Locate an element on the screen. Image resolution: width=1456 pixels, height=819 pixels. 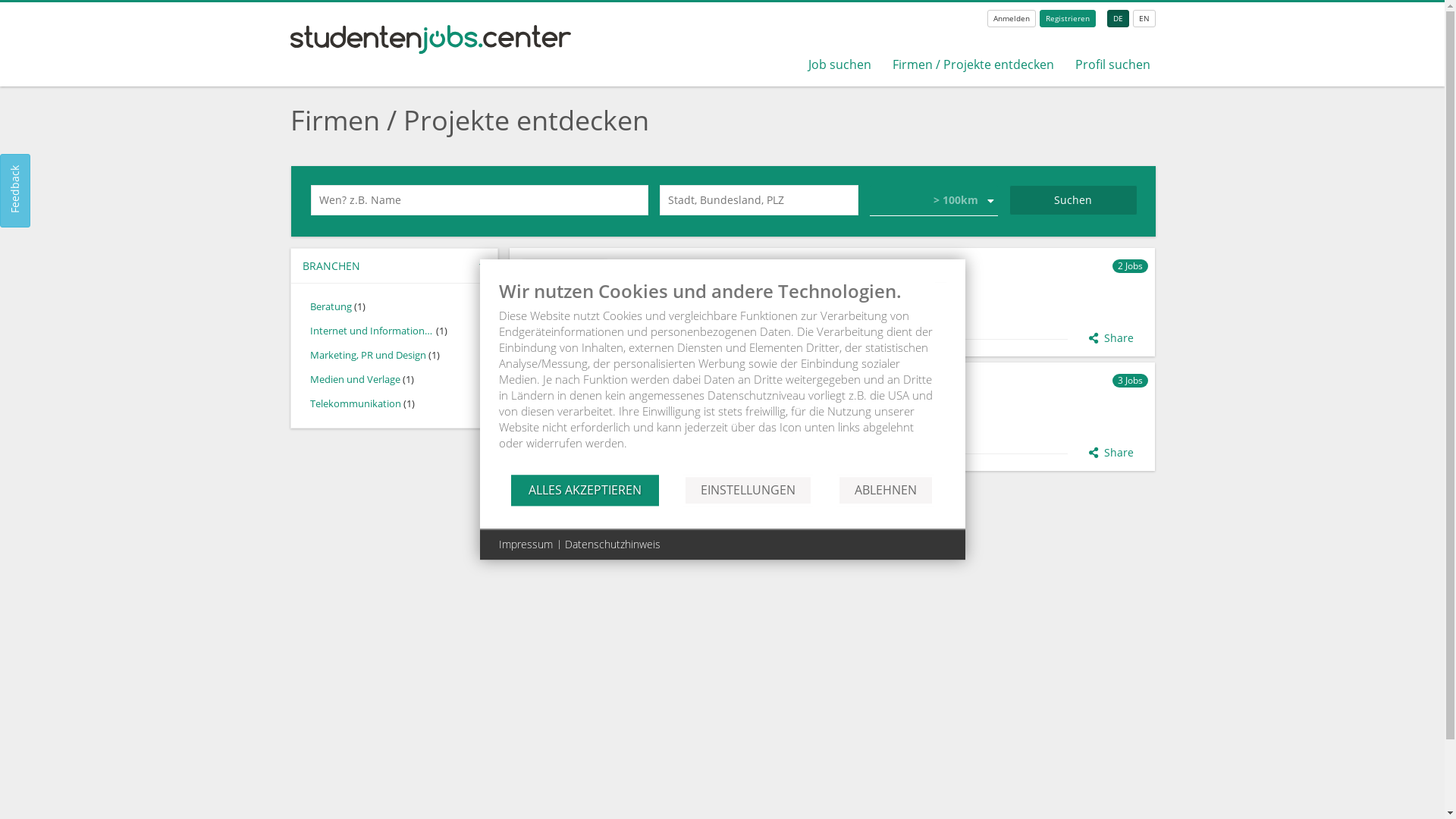
'Job suchen' is located at coordinates (839, 63).